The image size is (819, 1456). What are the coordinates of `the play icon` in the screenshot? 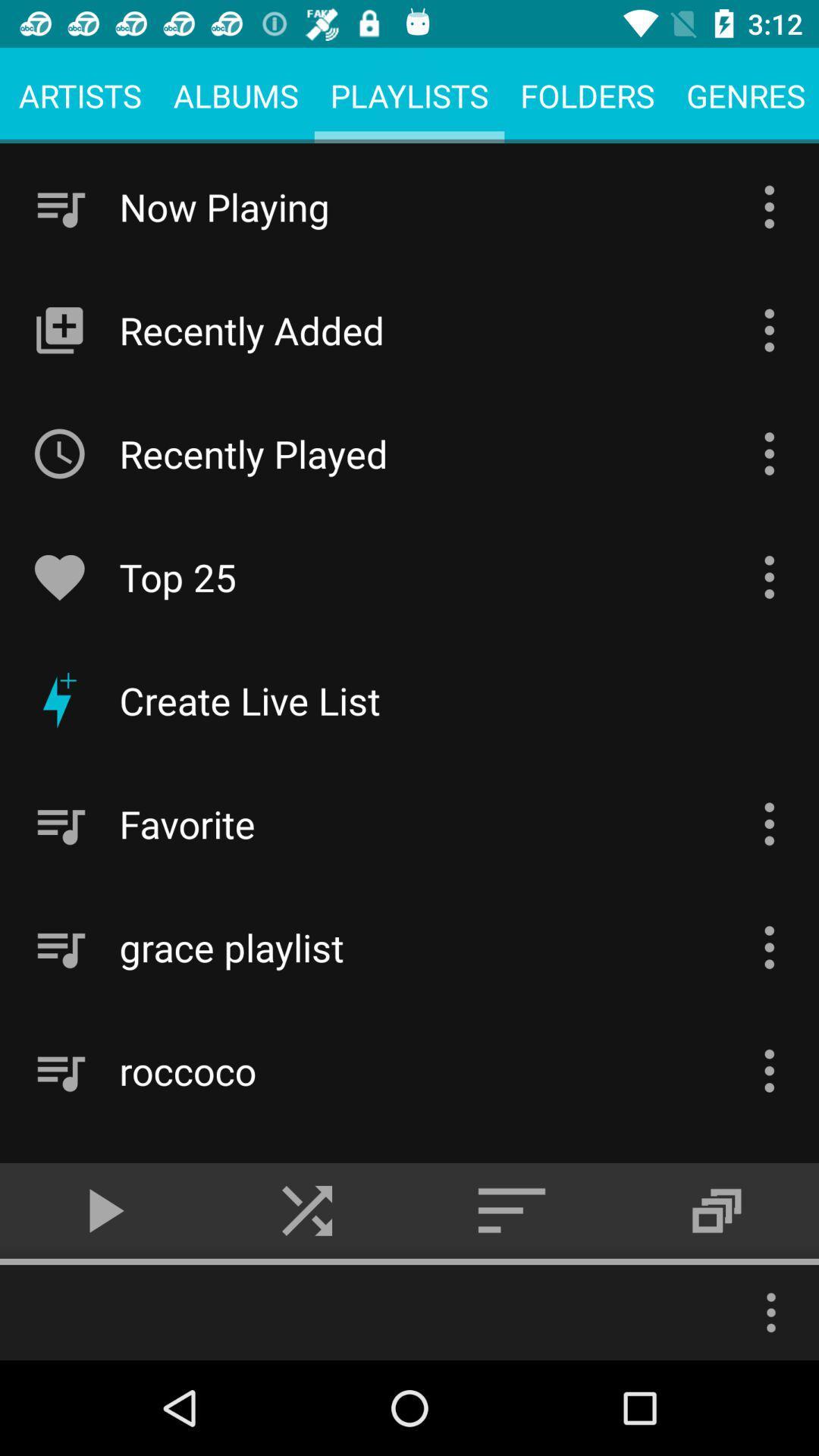 It's located at (102, 1210).